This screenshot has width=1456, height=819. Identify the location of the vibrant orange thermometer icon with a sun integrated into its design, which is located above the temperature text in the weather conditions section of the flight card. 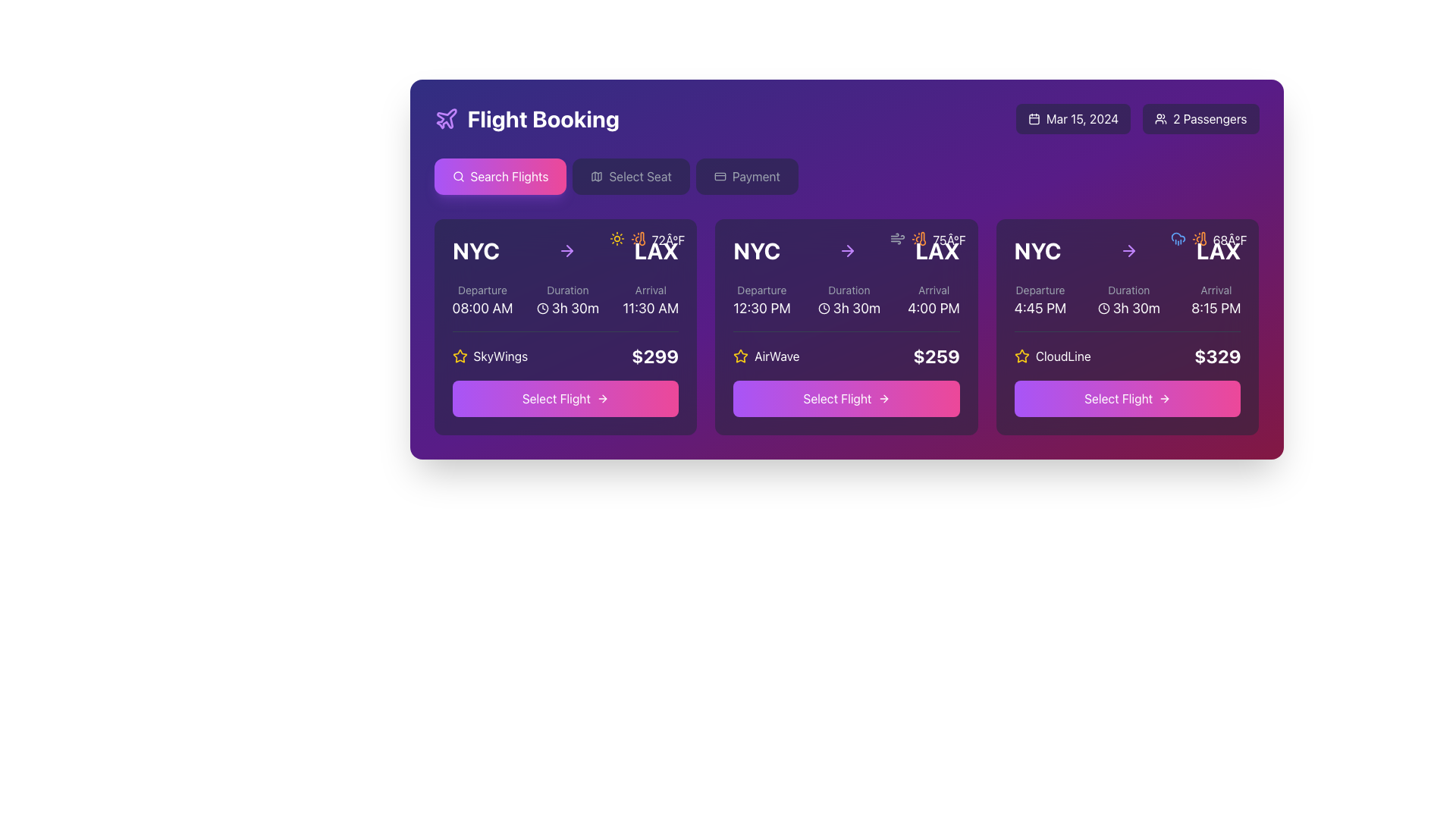
(1198, 239).